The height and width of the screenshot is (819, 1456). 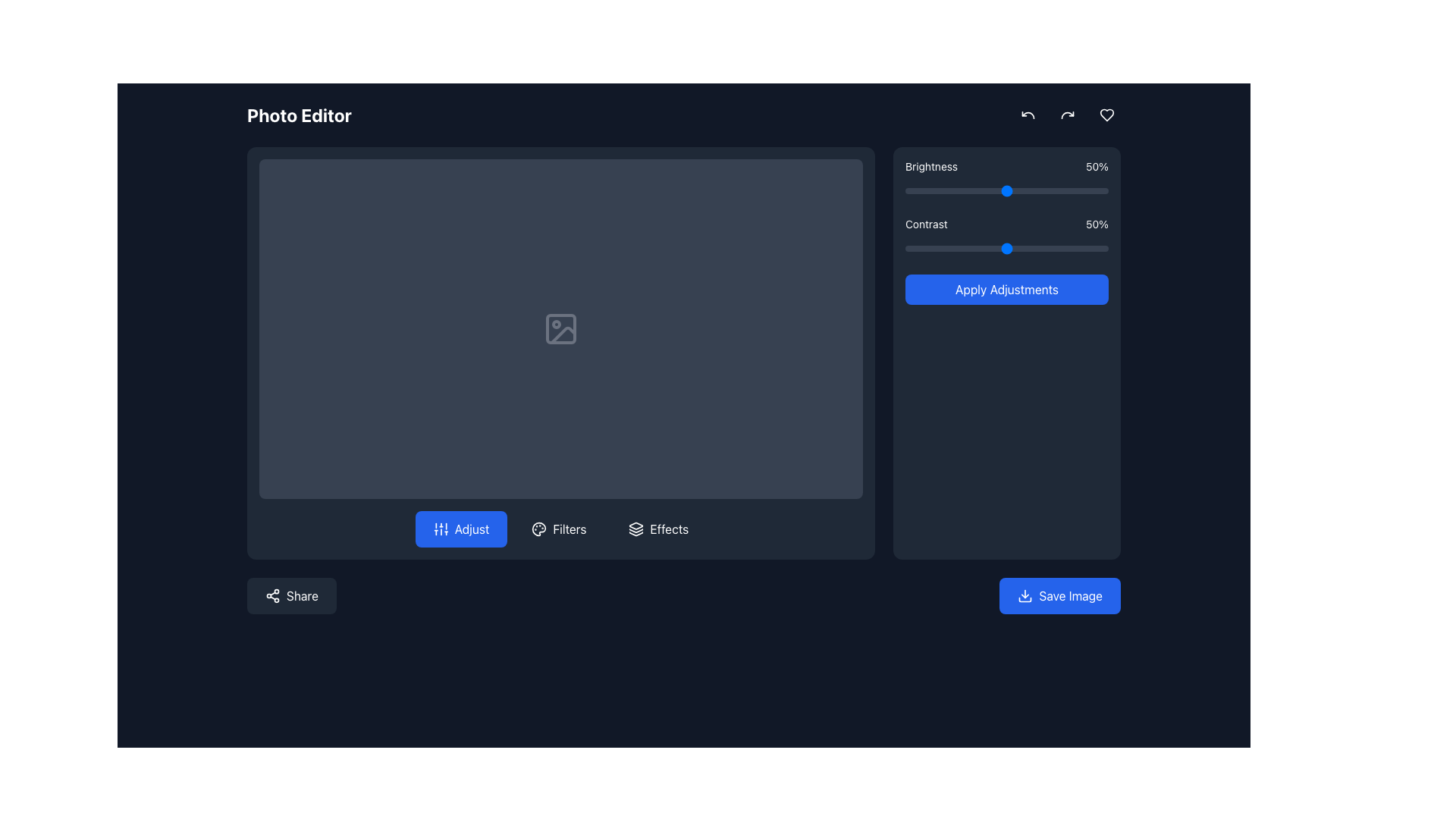 I want to click on the blue button labeled 'Adjust' which contains a vertical sliders icon, so click(x=440, y=528).